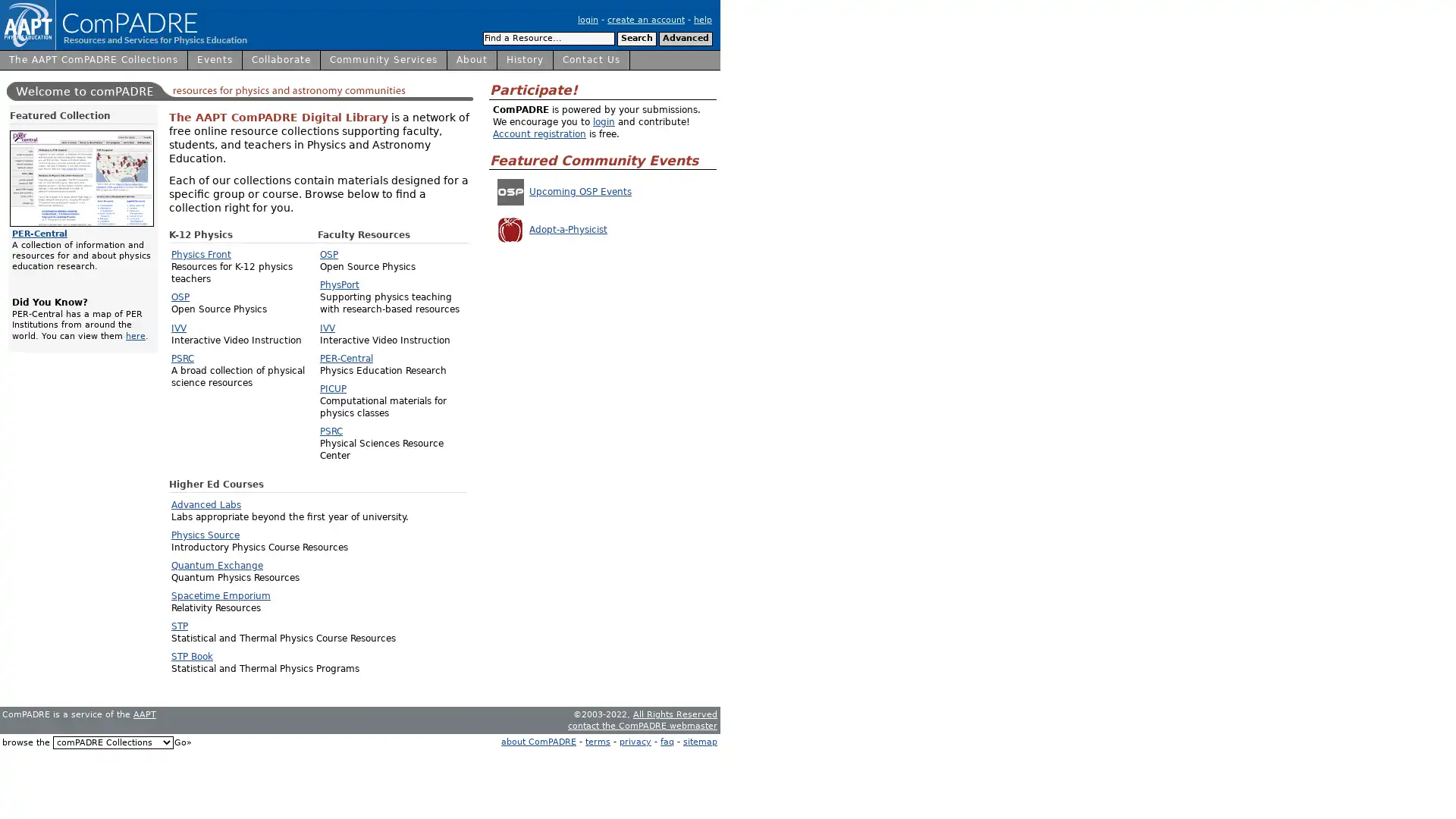 The image size is (1456, 819). Describe the element at coordinates (685, 38) in the screenshot. I see `Advanced` at that location.